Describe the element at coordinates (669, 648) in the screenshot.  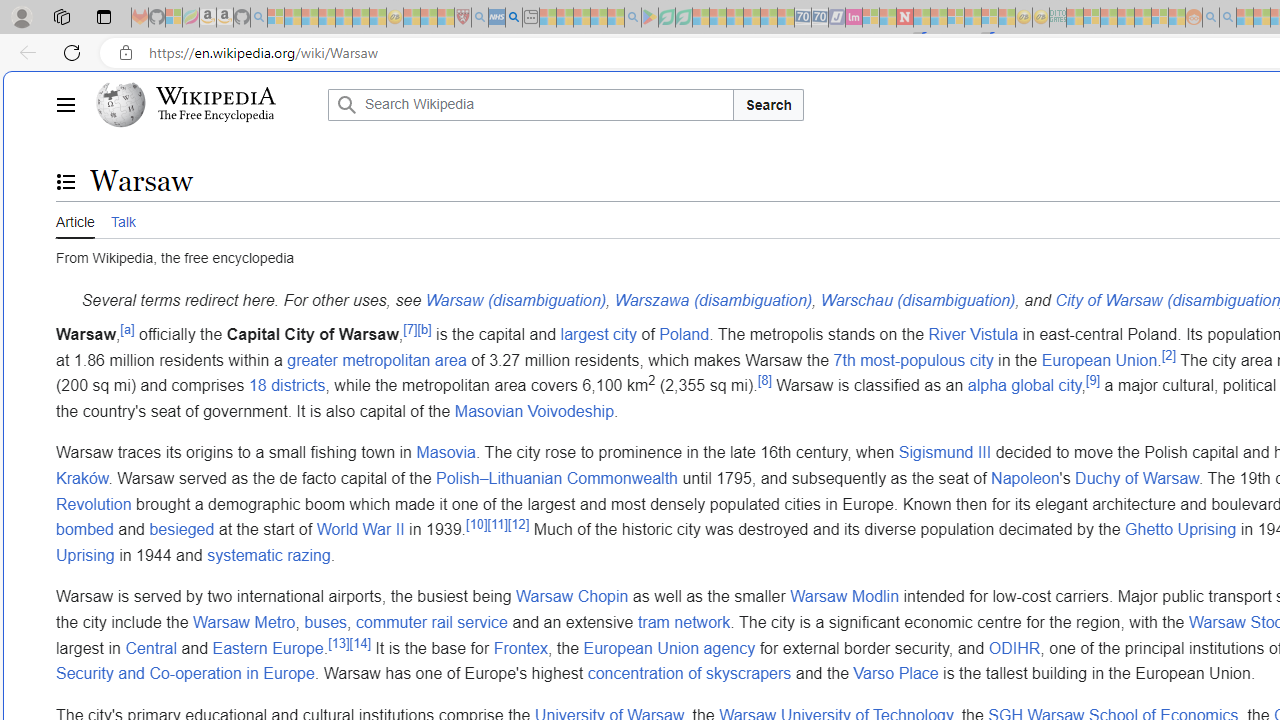
I see `'European Union agency'` at that location.